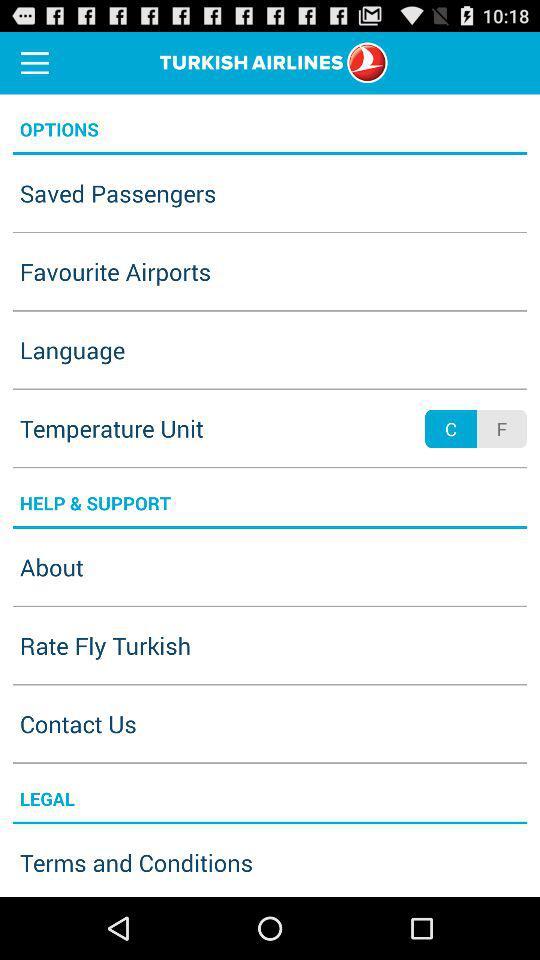  What do you see at coordinates (35, 62) in the screenshot?
I see `menu` at bounding box center [35, 62].